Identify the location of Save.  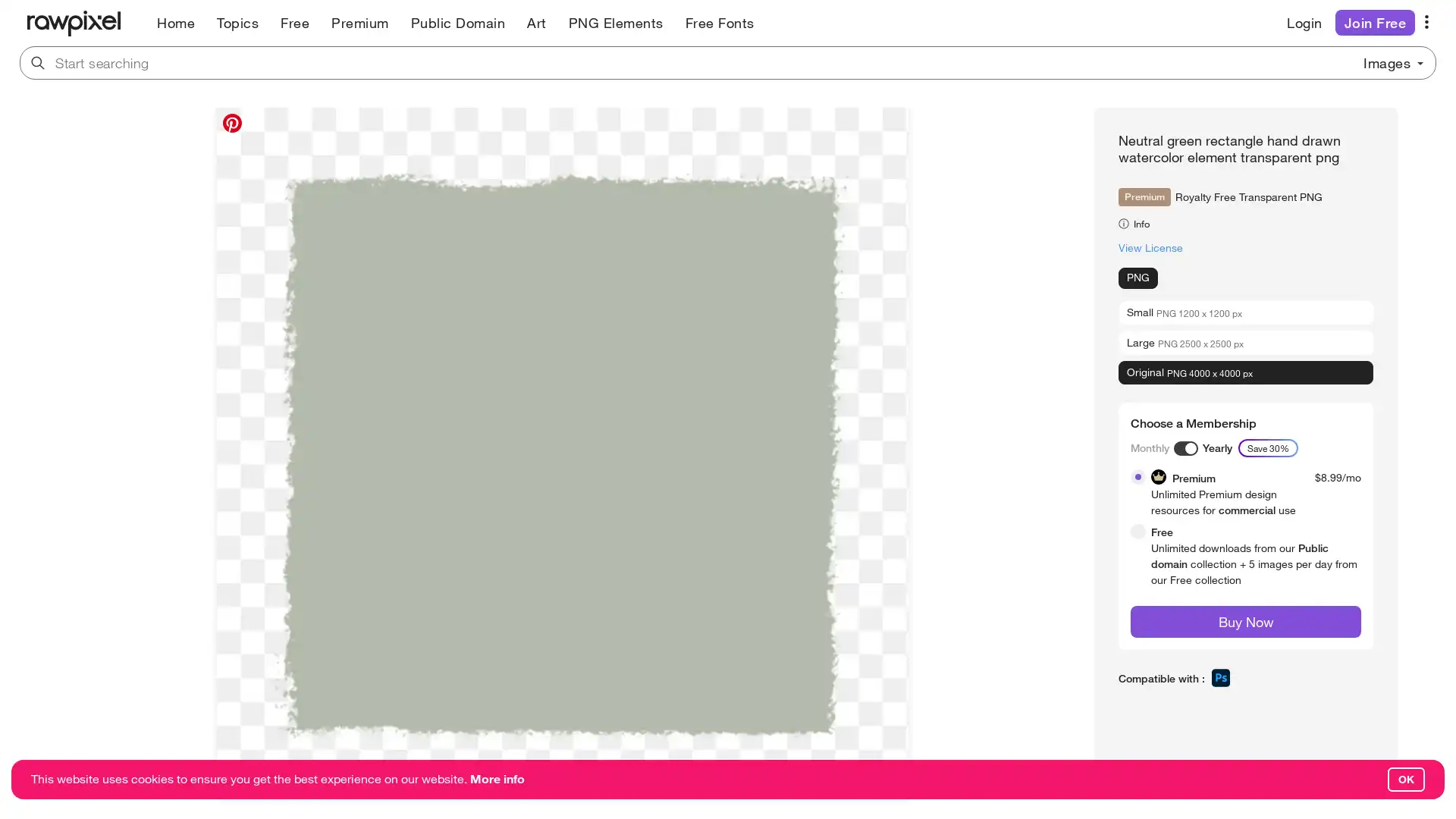
(240, 783).